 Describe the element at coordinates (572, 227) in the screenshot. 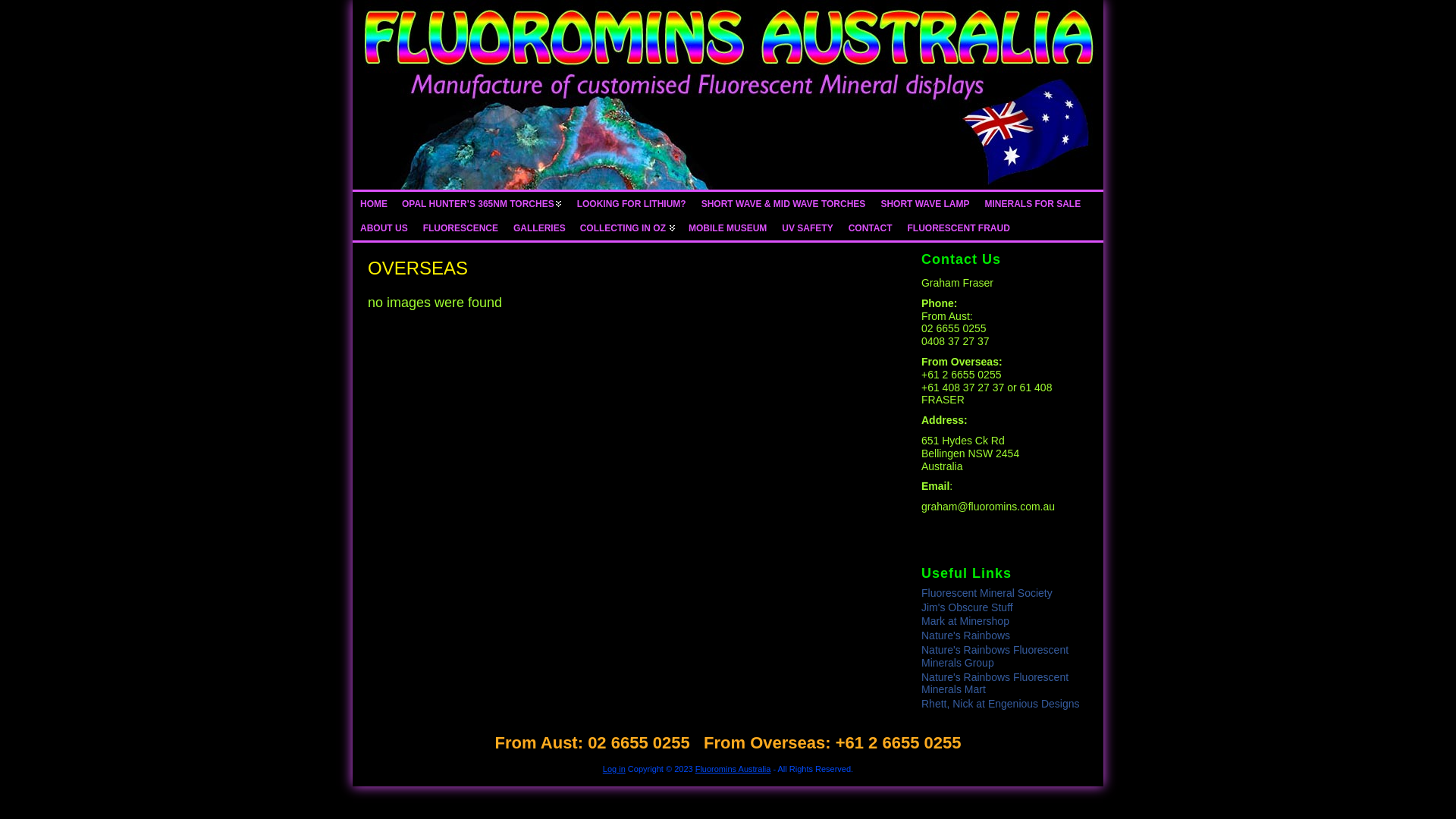

I see `'COLLECTING IN OZ'` at that location.